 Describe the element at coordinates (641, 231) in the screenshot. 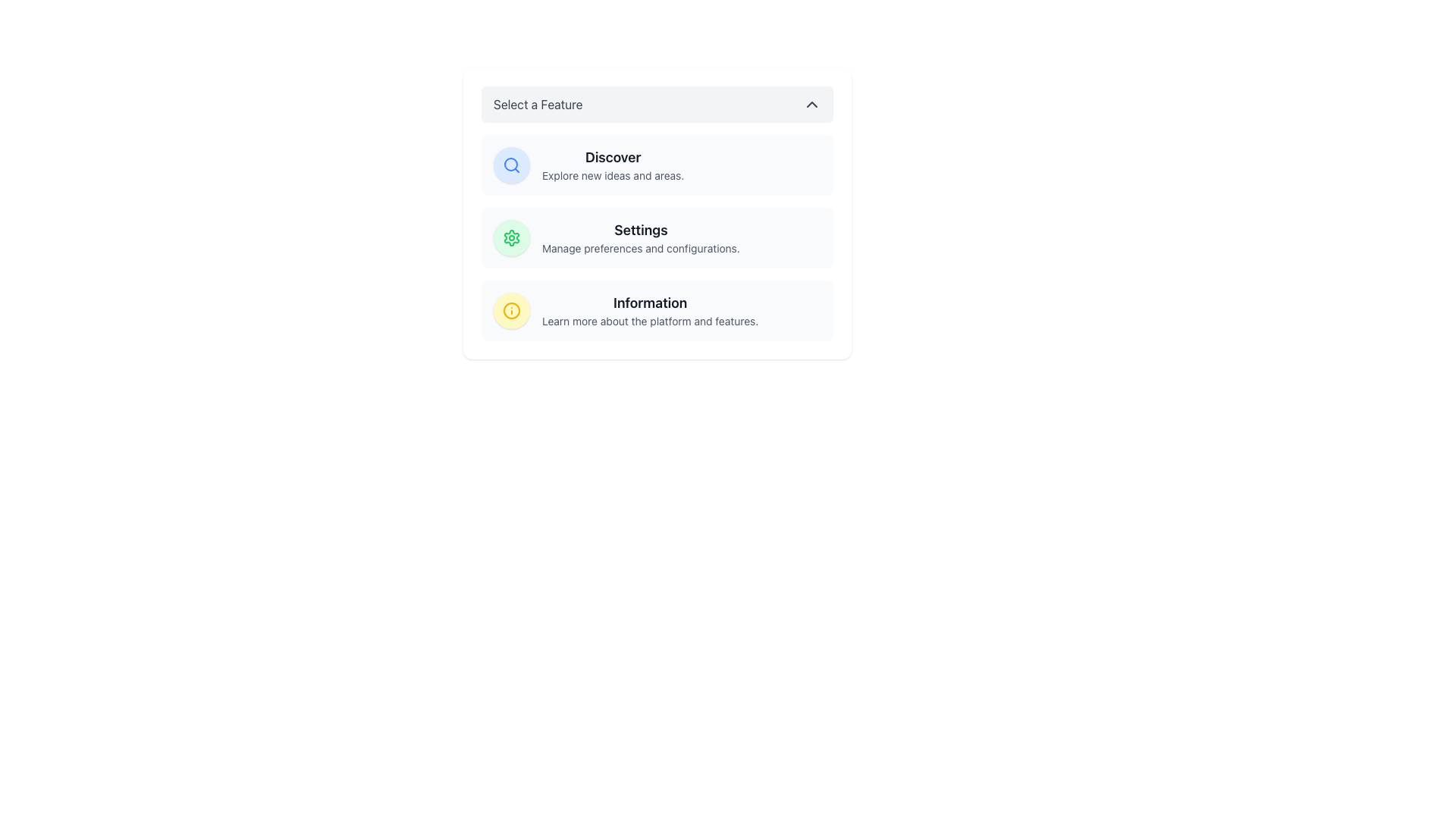

I see `the 'Settings' text label, which is bold and dark gray, located at the center of its background section` at that location.